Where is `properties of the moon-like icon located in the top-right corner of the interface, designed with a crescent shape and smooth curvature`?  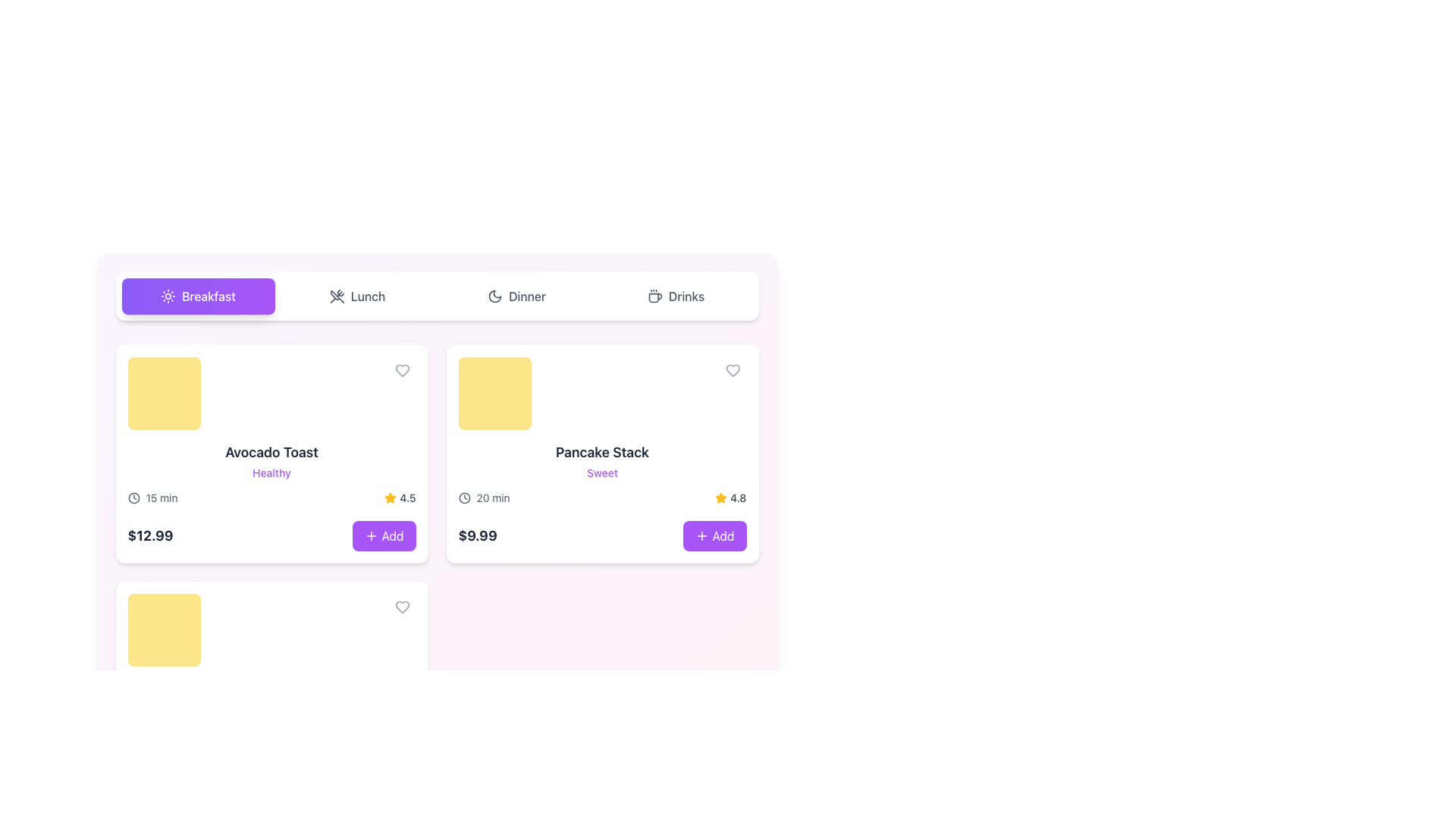 properties of the moon-like icon located in the top-right corner of the interface, designed with a crescent shape and smooth curvature is located at coordinates (494, 296).